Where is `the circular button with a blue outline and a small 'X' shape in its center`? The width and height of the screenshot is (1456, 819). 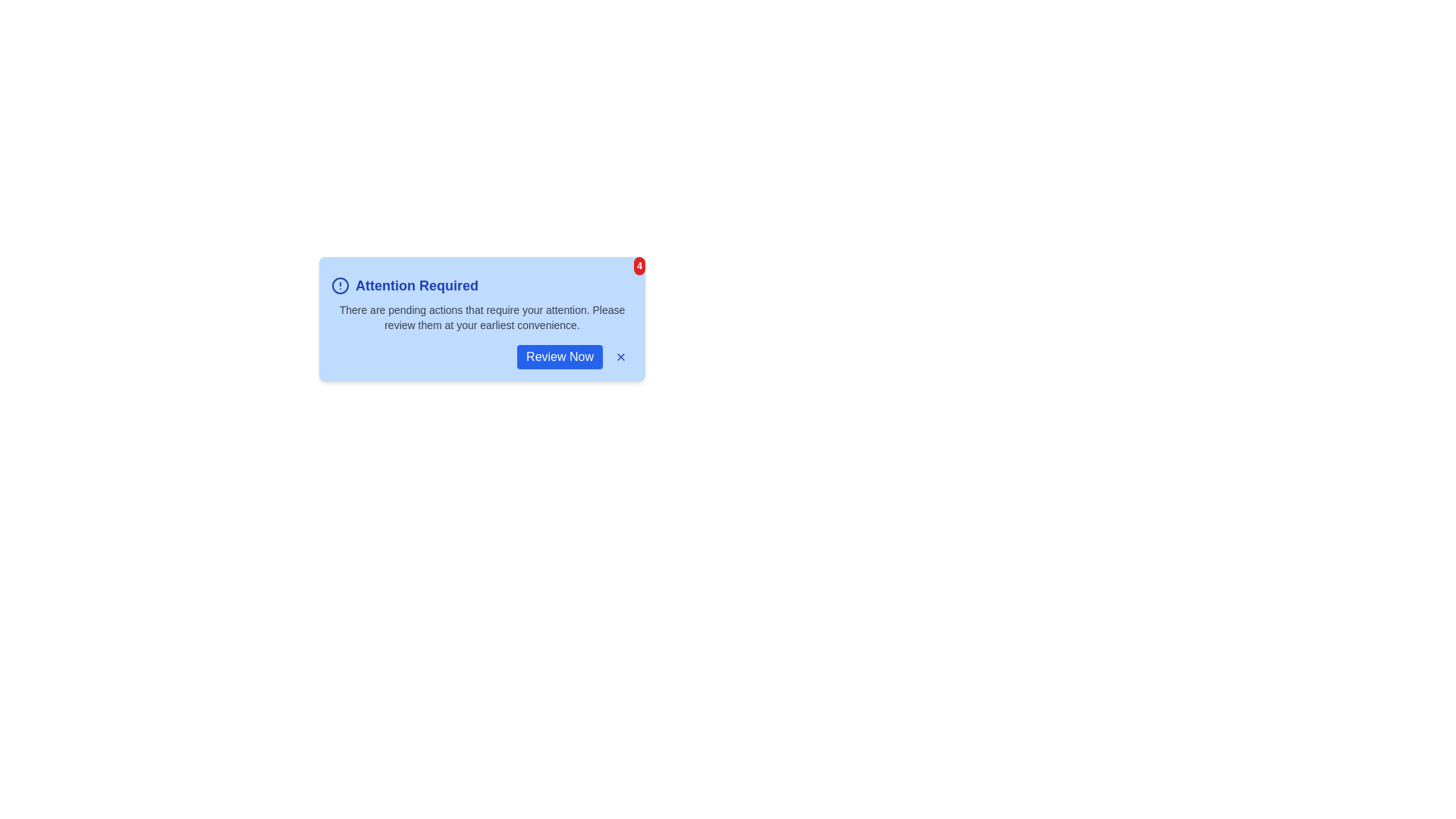
the circular button with a blue outline and a small 'X' shape in its center is located at coordinates (621, 356).